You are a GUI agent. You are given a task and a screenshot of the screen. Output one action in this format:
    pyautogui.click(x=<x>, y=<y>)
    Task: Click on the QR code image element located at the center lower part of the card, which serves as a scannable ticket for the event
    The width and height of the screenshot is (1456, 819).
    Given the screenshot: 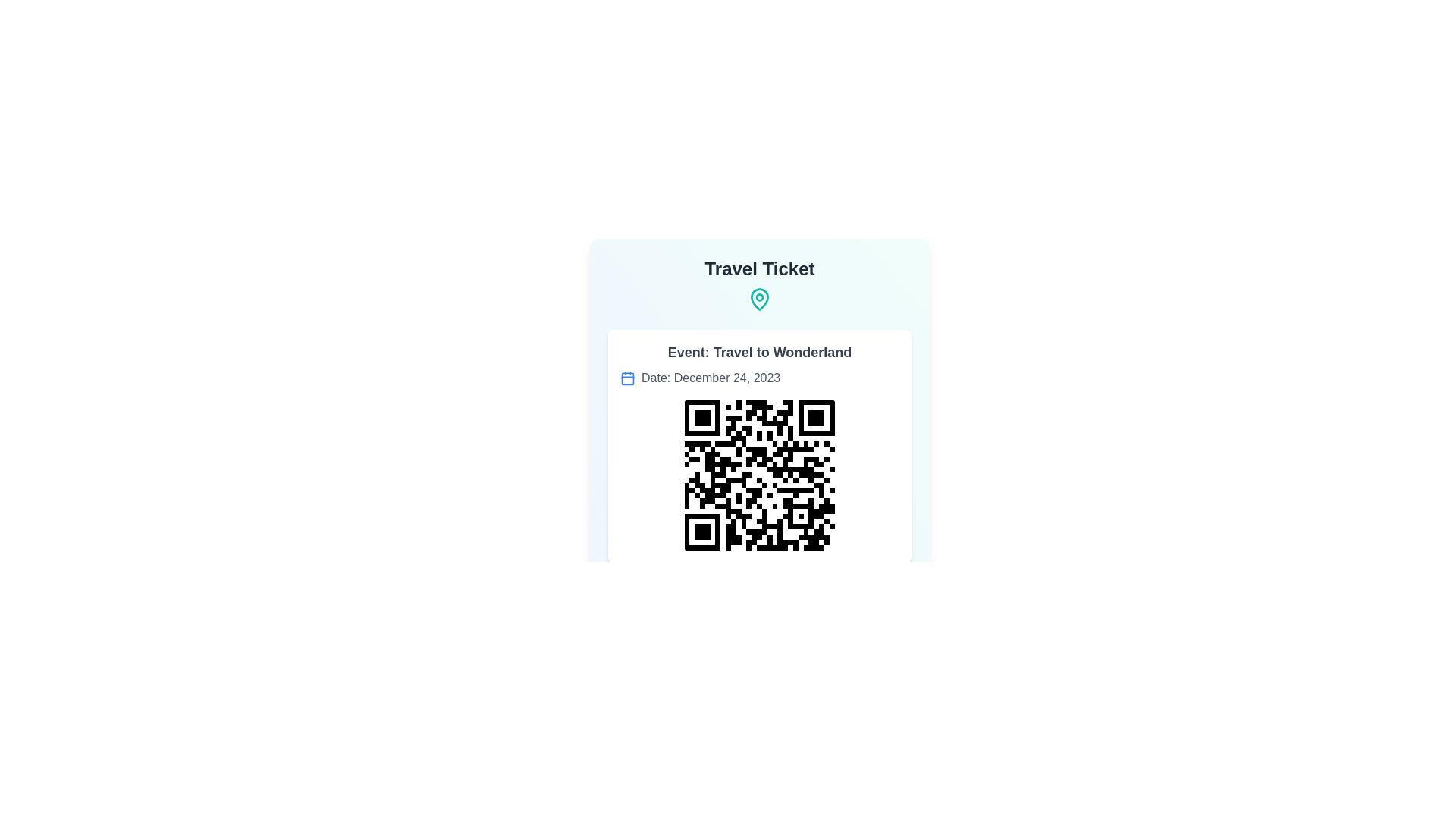 What is the action you would take?
    pyautogui.click(x=760, y=475)
    